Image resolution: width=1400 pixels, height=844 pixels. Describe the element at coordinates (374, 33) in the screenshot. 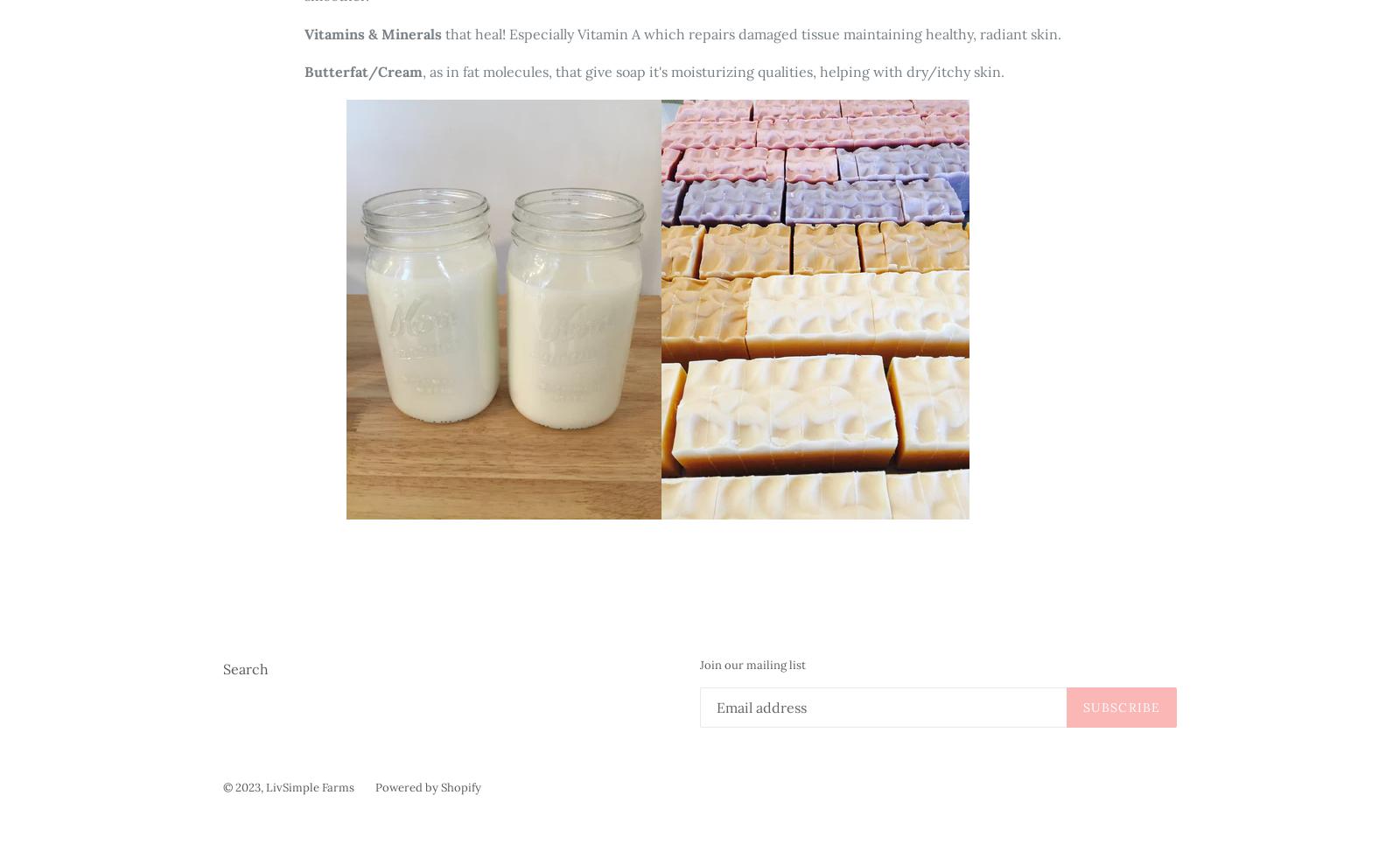

I see `'Vitamins & Minerals'` at that location.